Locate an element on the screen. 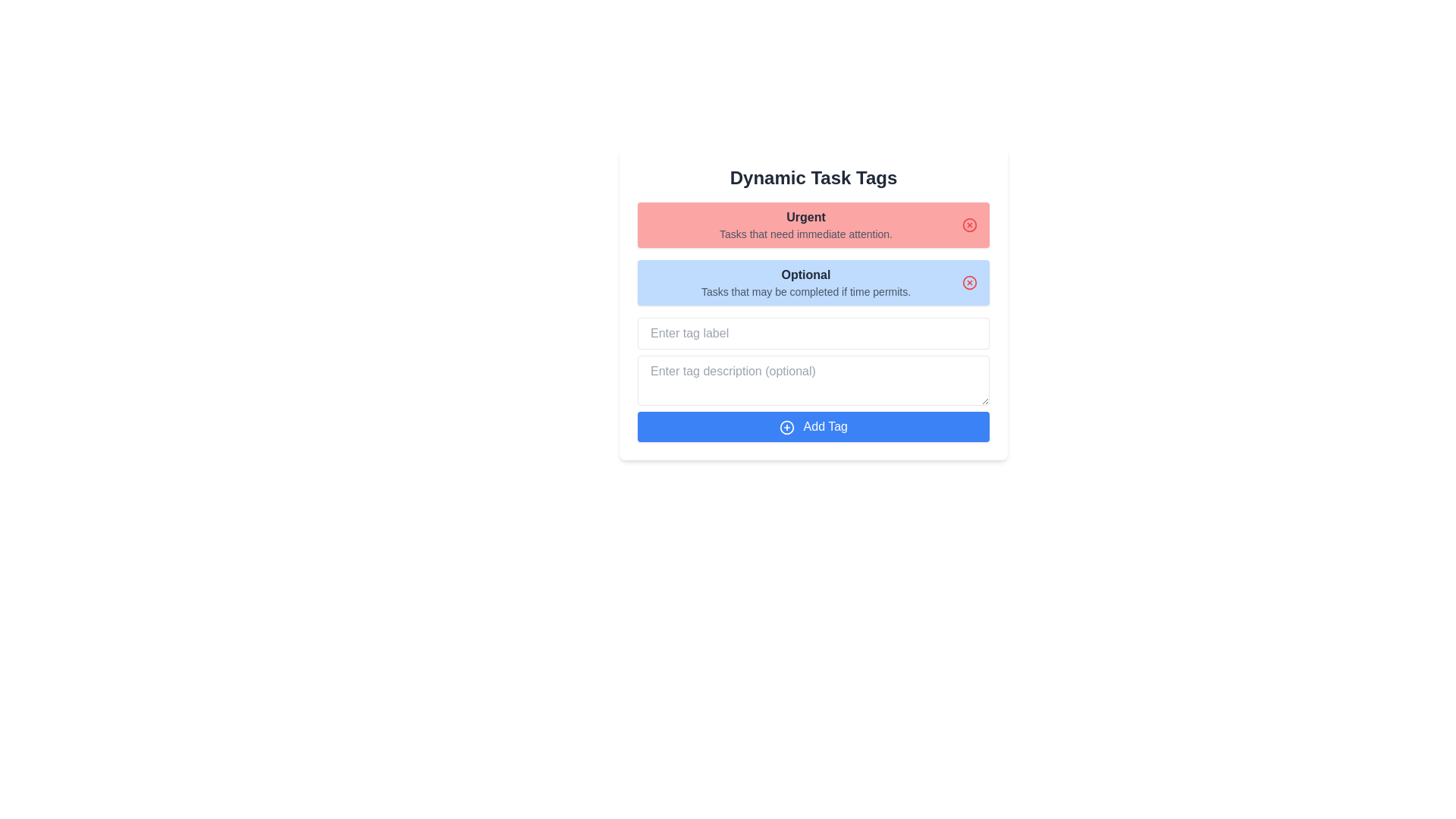  the circular icon featuring a plus symbol ('+') inside it, which is located to the left of the 'Add Tag' text is located at coordinates (786, 427).